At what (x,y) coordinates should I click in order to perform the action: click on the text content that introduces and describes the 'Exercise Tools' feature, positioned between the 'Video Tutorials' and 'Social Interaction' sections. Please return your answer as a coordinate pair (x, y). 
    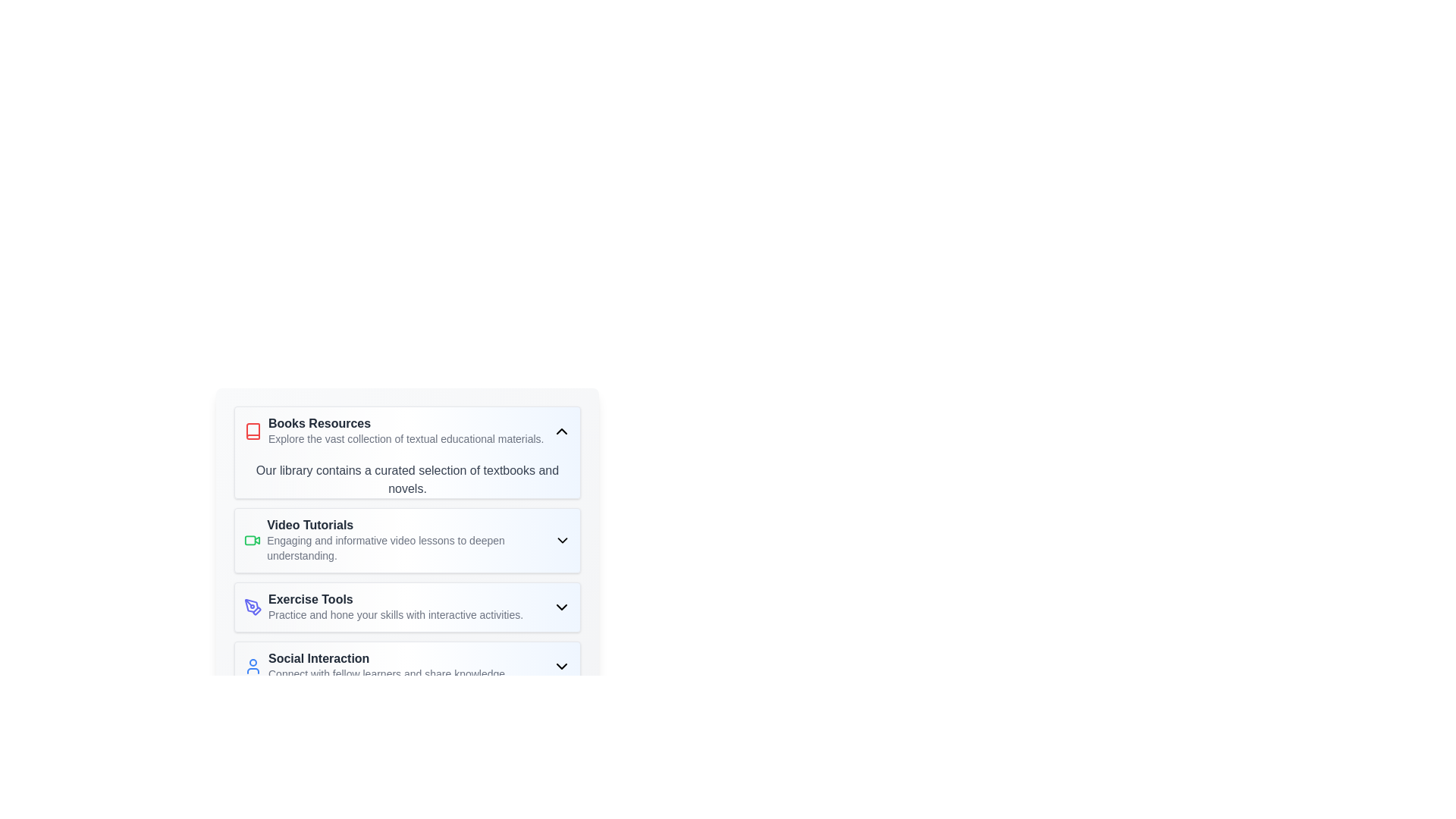
    Looking at the image, I should click on (396, 607).